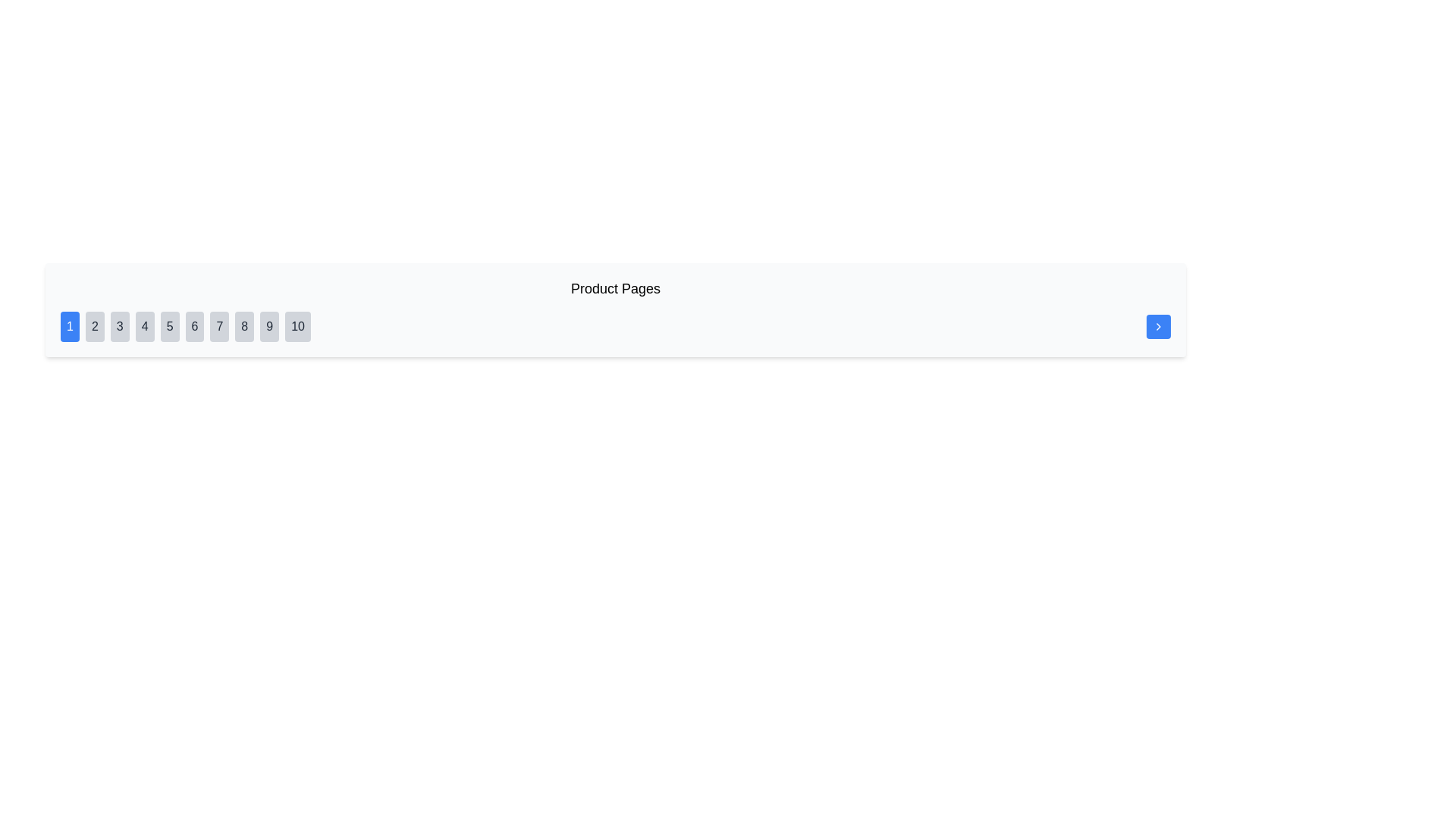  I want to click on the rounded rectangular button with a gray background and the number '6' centered inside, located in the pagination control below the 'Product Pages' title, to observe the hover effect, so click(193, 326).